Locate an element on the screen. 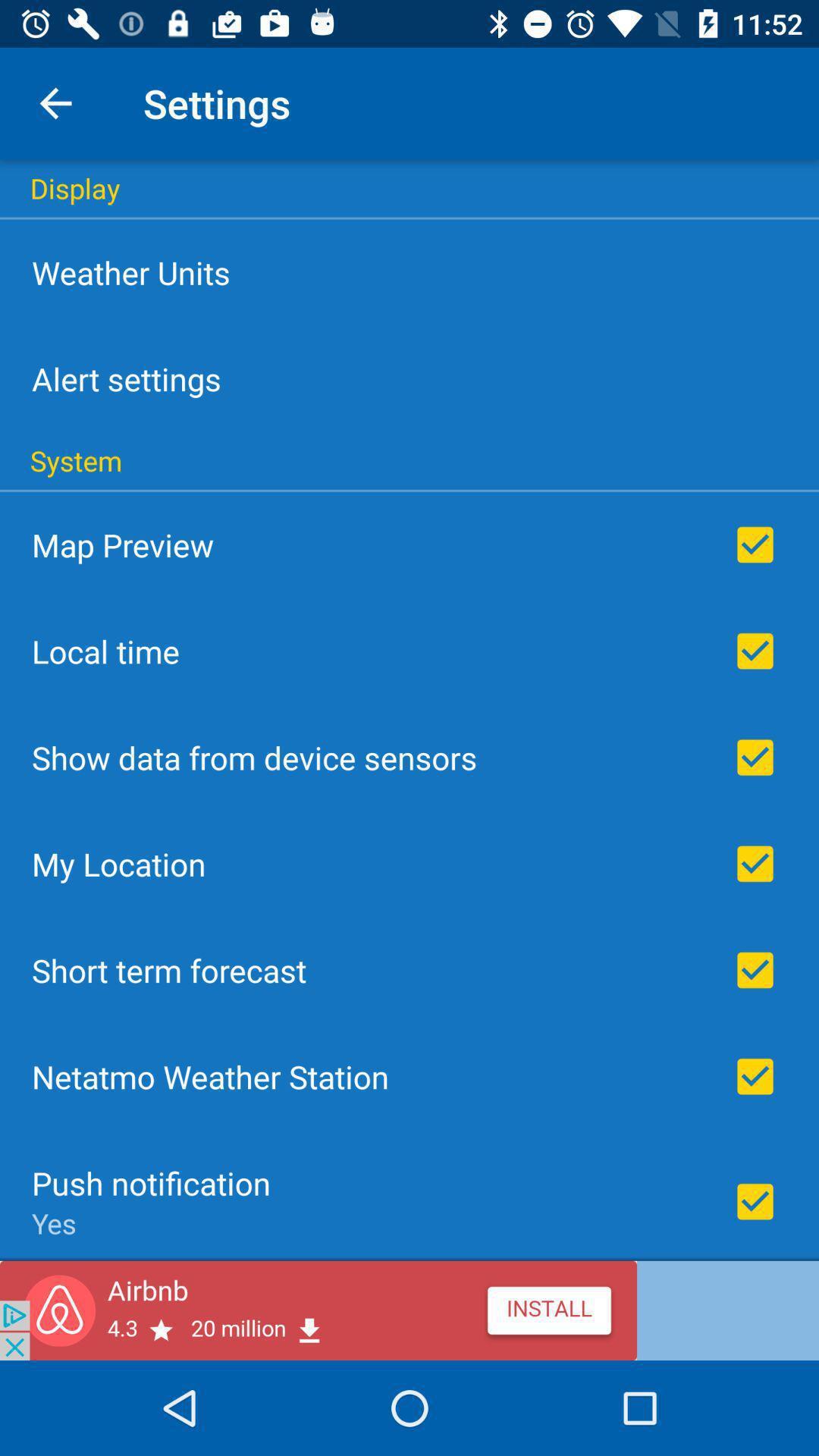  airbnb app advertisement is located at coordinates (409, 1310).